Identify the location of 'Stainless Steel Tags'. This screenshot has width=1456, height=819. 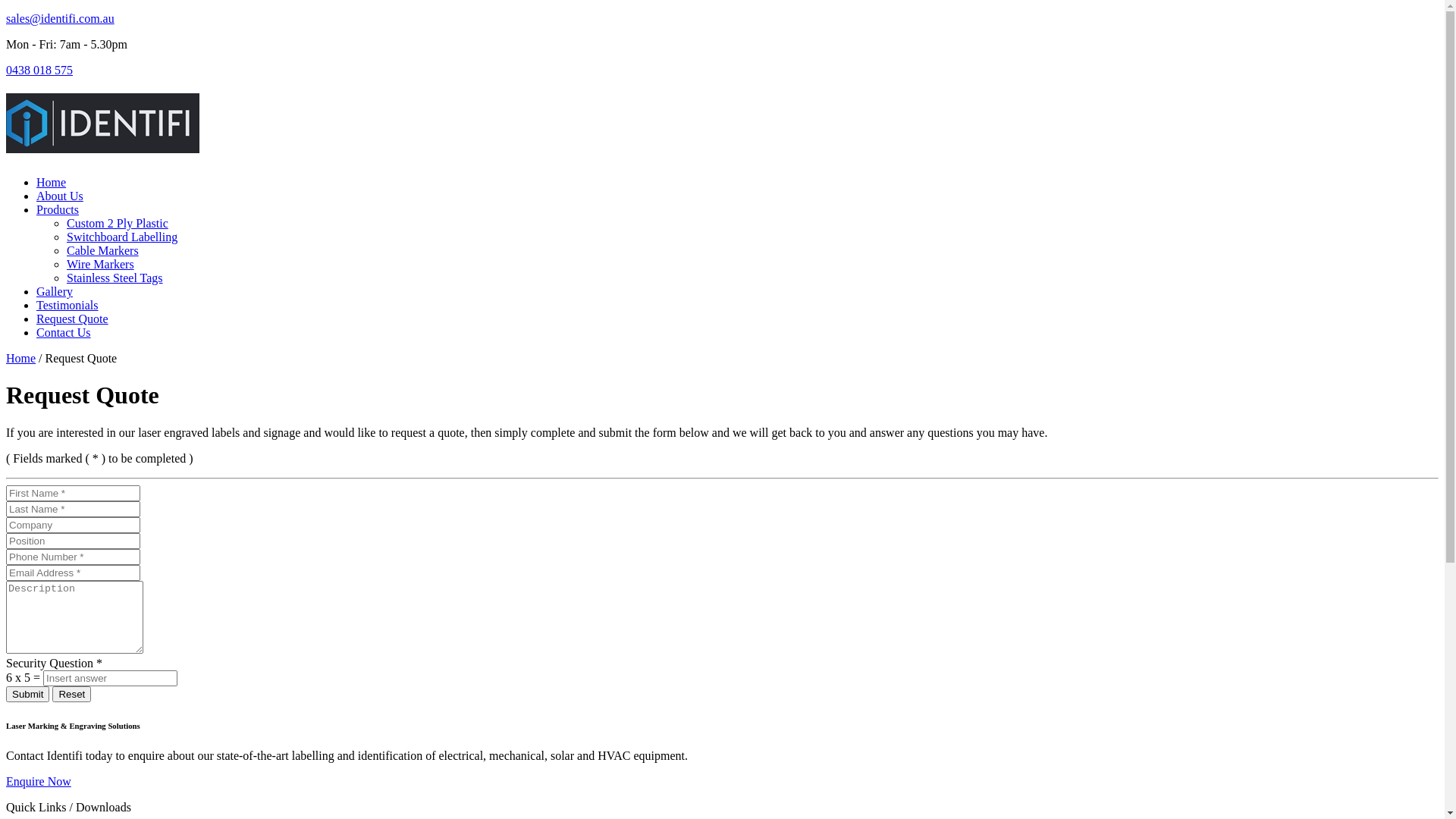
(114, 278).